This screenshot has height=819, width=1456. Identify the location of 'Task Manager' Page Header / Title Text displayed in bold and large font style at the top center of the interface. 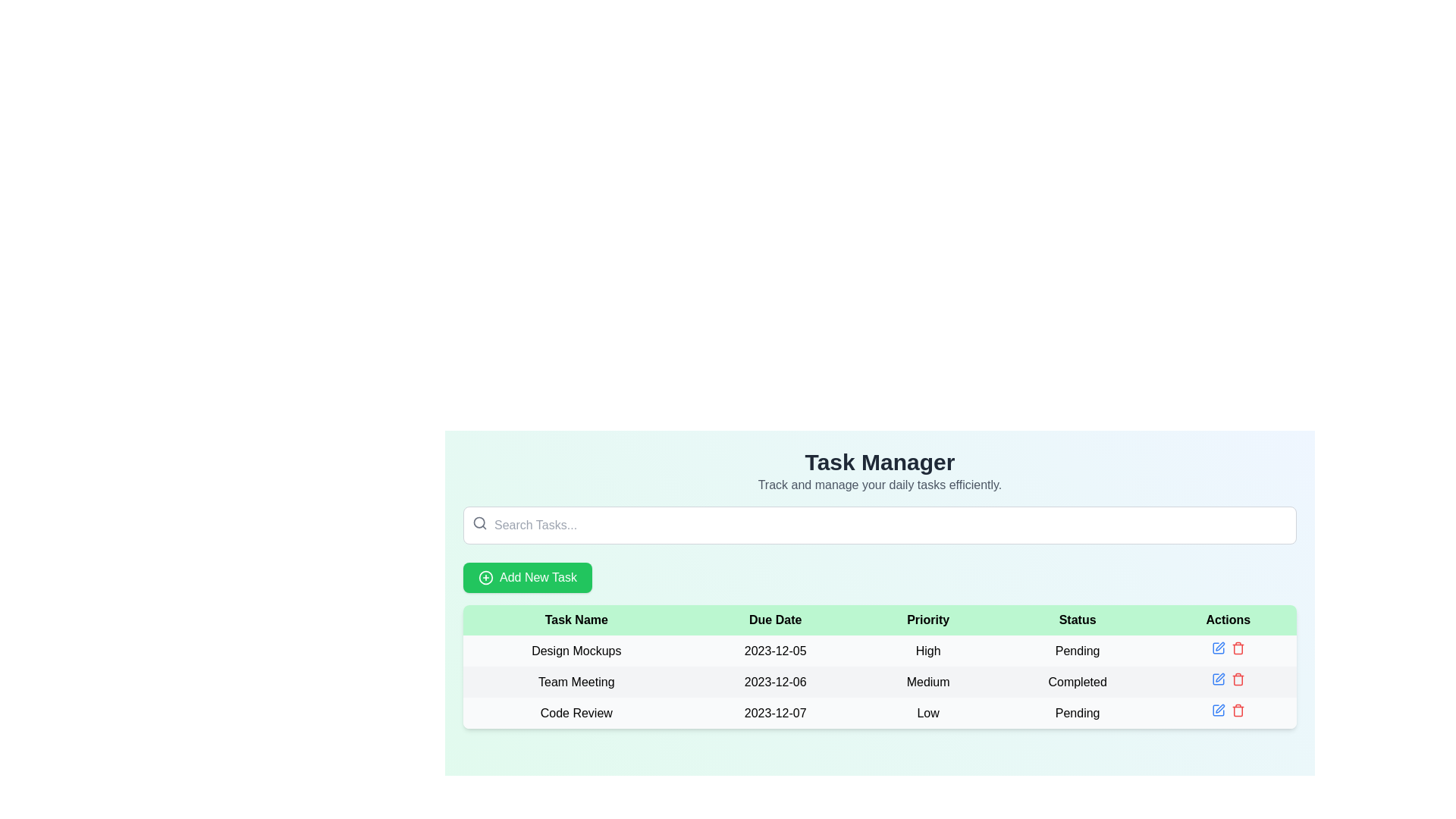
(880, 461).